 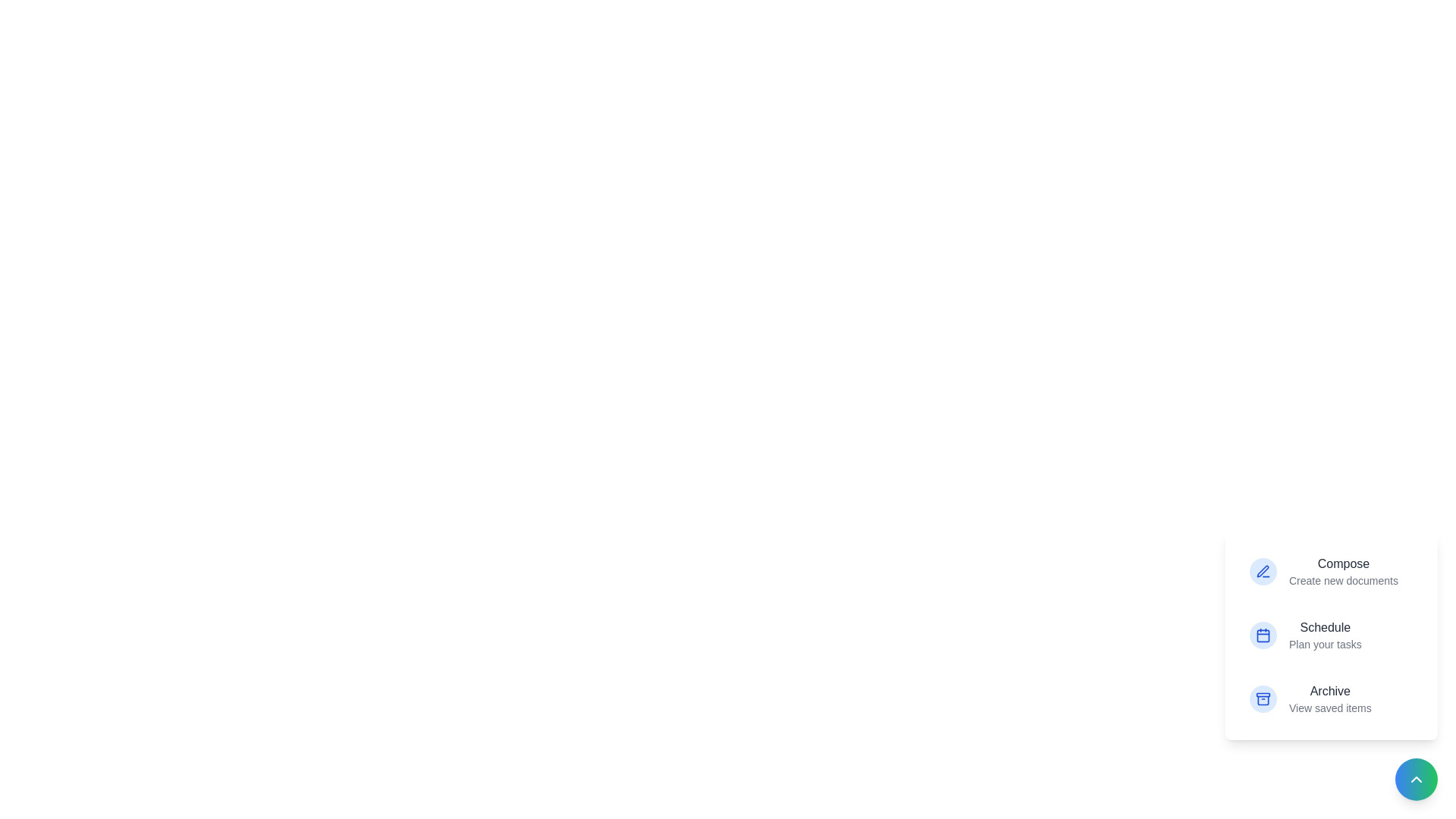 What do you see at coordinates (1263, 698) in the screenshot?
I see `the icon corresponding to Archive in the action menu` at bounding box center [1263, 698].